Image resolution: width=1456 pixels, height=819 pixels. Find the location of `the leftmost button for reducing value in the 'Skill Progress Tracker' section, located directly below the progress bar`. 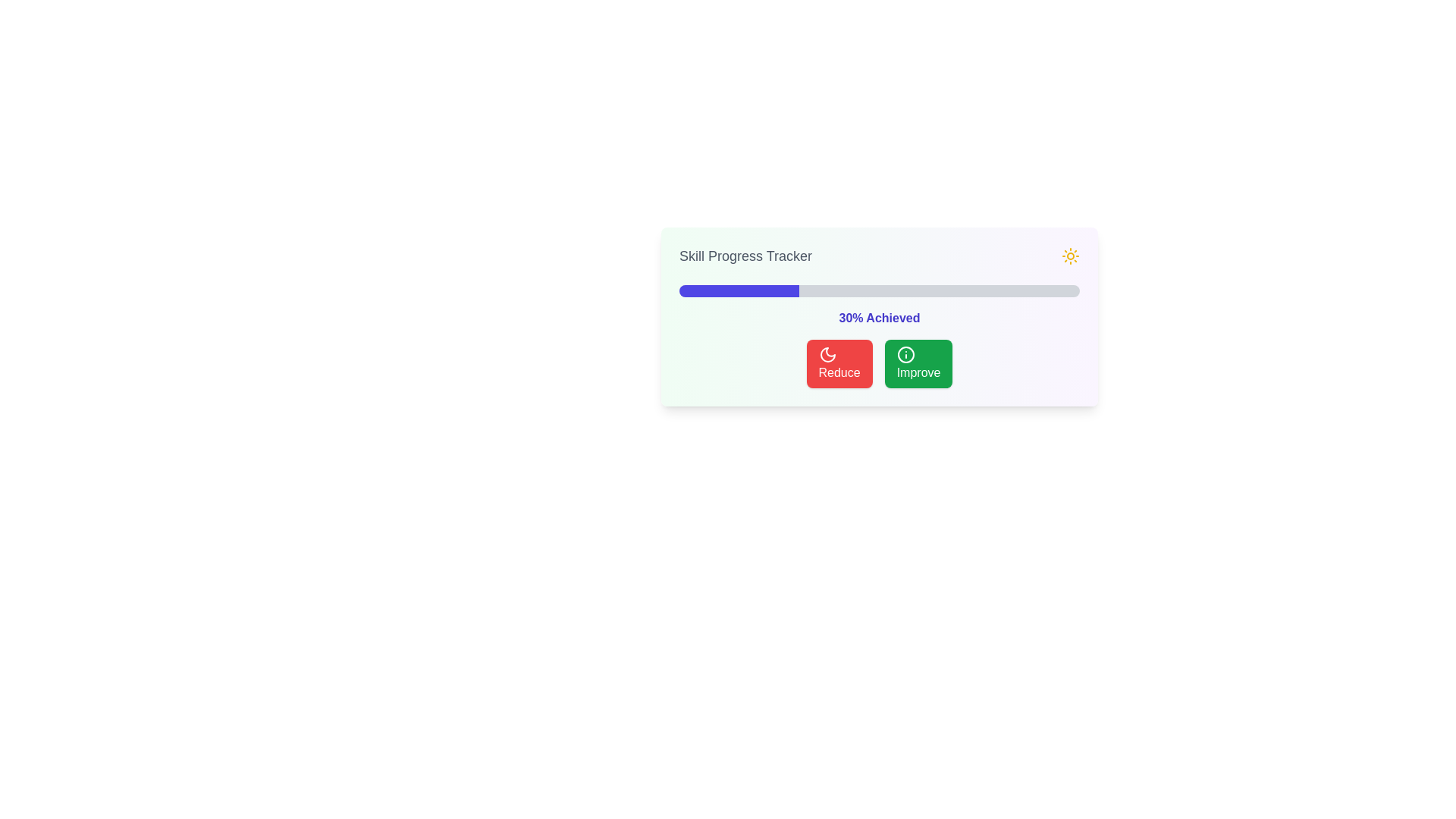

the leftmost button for reducing value in the 'Skill Progress Tracker' section, located directly below the progress bar is located at coordinates (839, 363).